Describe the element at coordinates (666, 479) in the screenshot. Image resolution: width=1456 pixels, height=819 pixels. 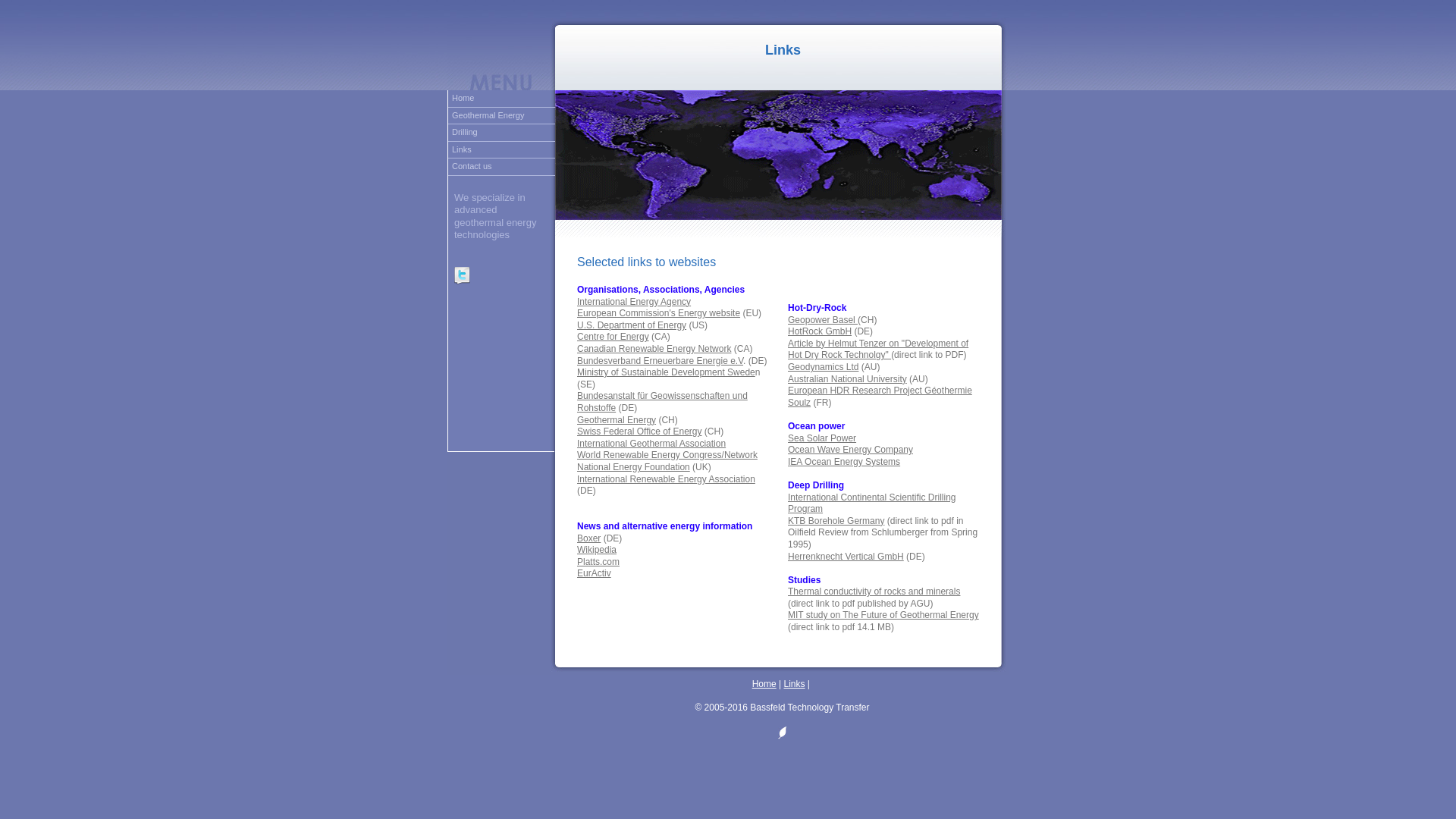
I see `'International Renewable Energy Association'` at that location.